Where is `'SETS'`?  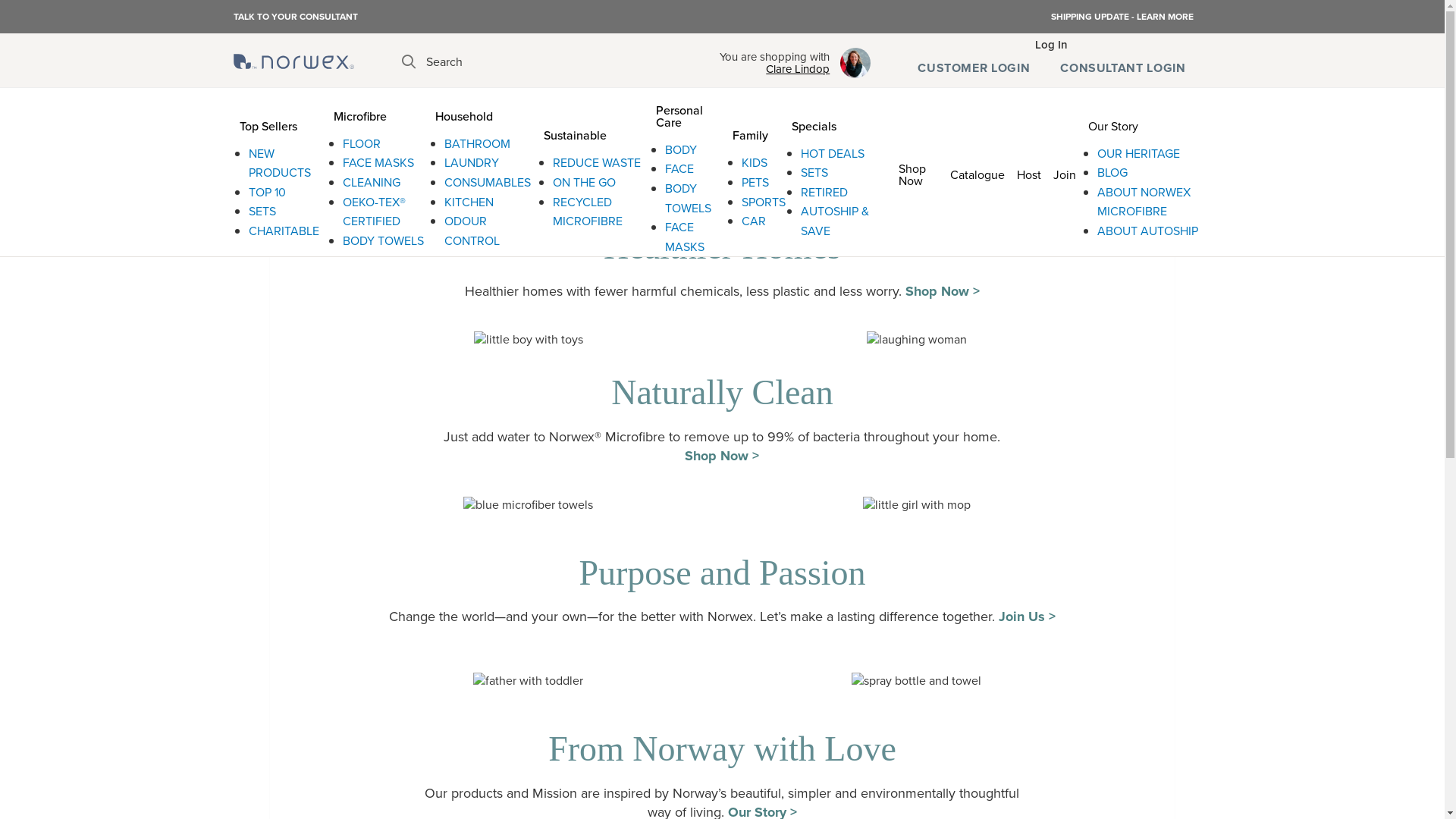
'SETS' is located at coordinates (814, 171).